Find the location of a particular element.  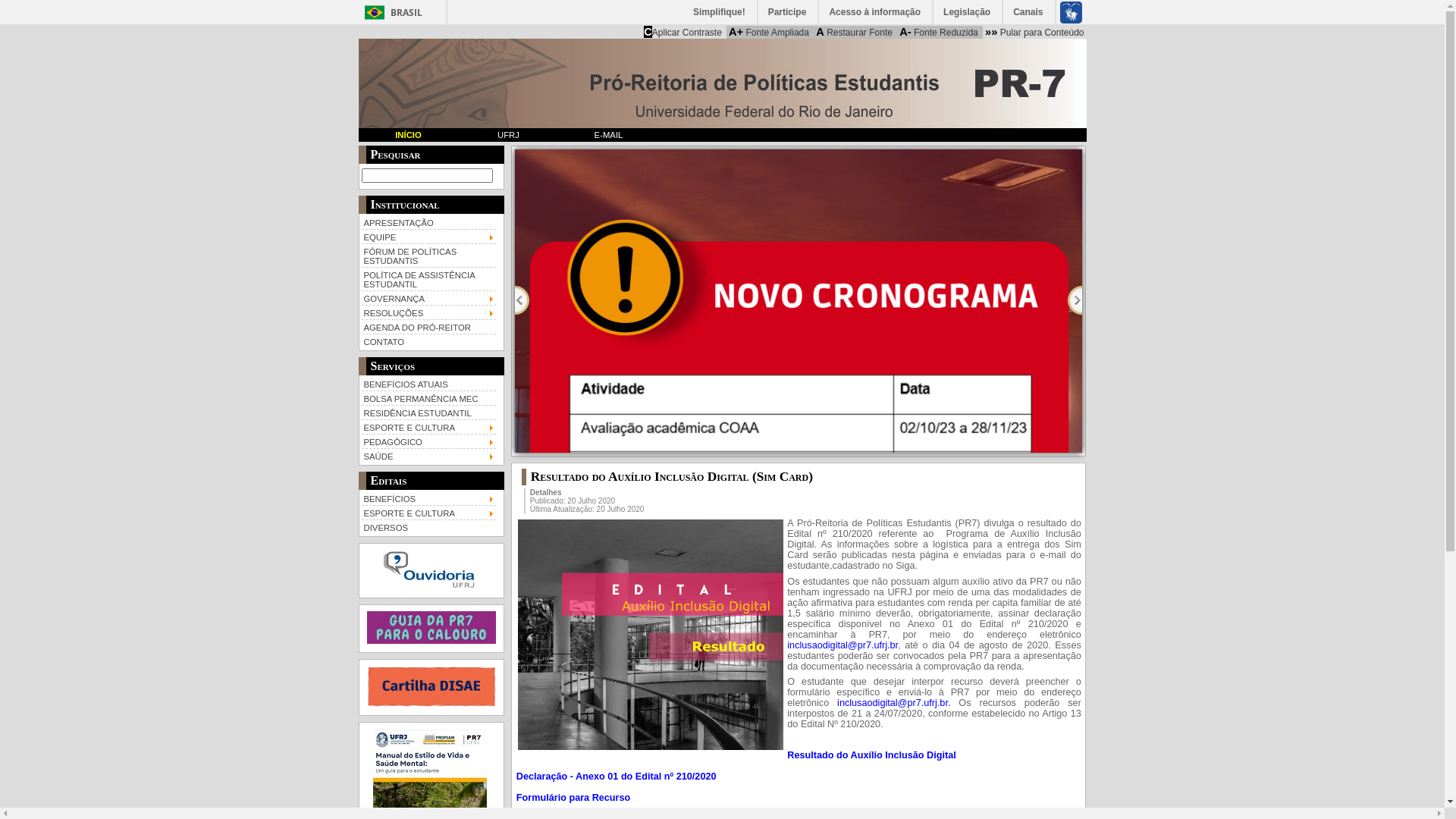

'E-MAIL' is located at coordinates (607, 133).